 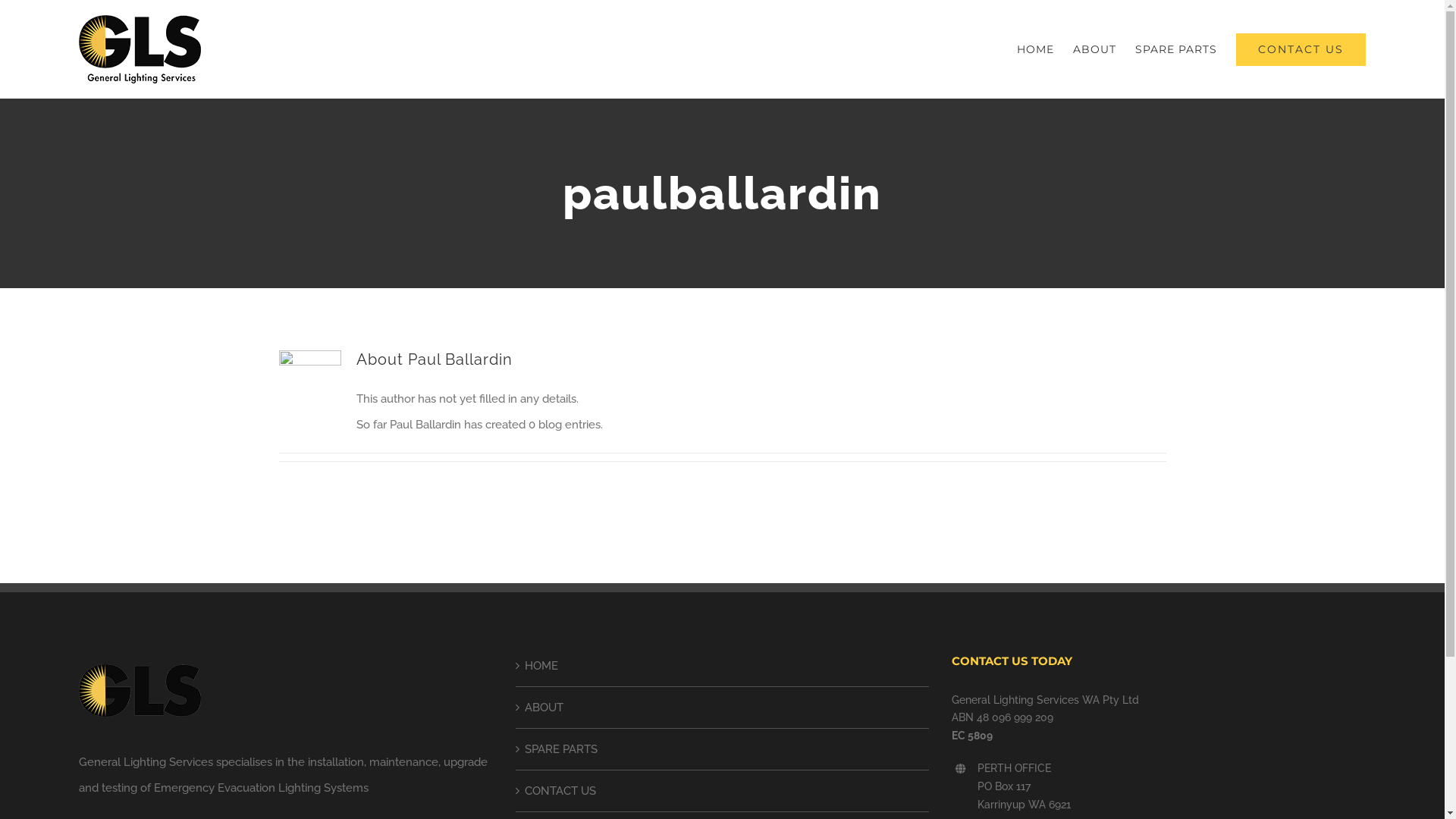 I want to click on 'CONTACT US', so click(x=1300, y=49).